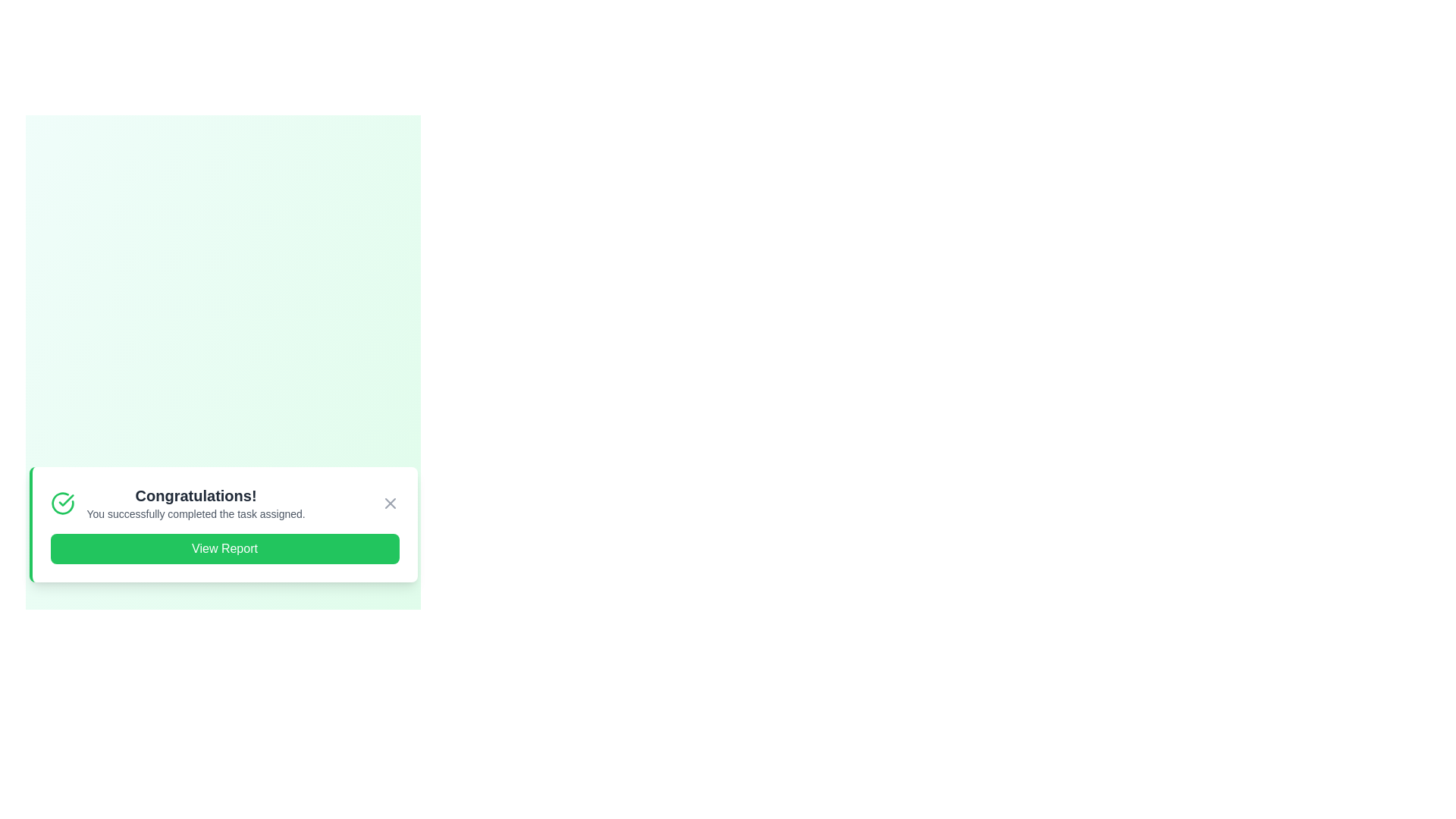 This screenshot has height=819, width=1456. What do you see at coordinates (224, 549) in the screenshot?
I see `the 'View Report' button to view the report` at bounding box center [224, 549].